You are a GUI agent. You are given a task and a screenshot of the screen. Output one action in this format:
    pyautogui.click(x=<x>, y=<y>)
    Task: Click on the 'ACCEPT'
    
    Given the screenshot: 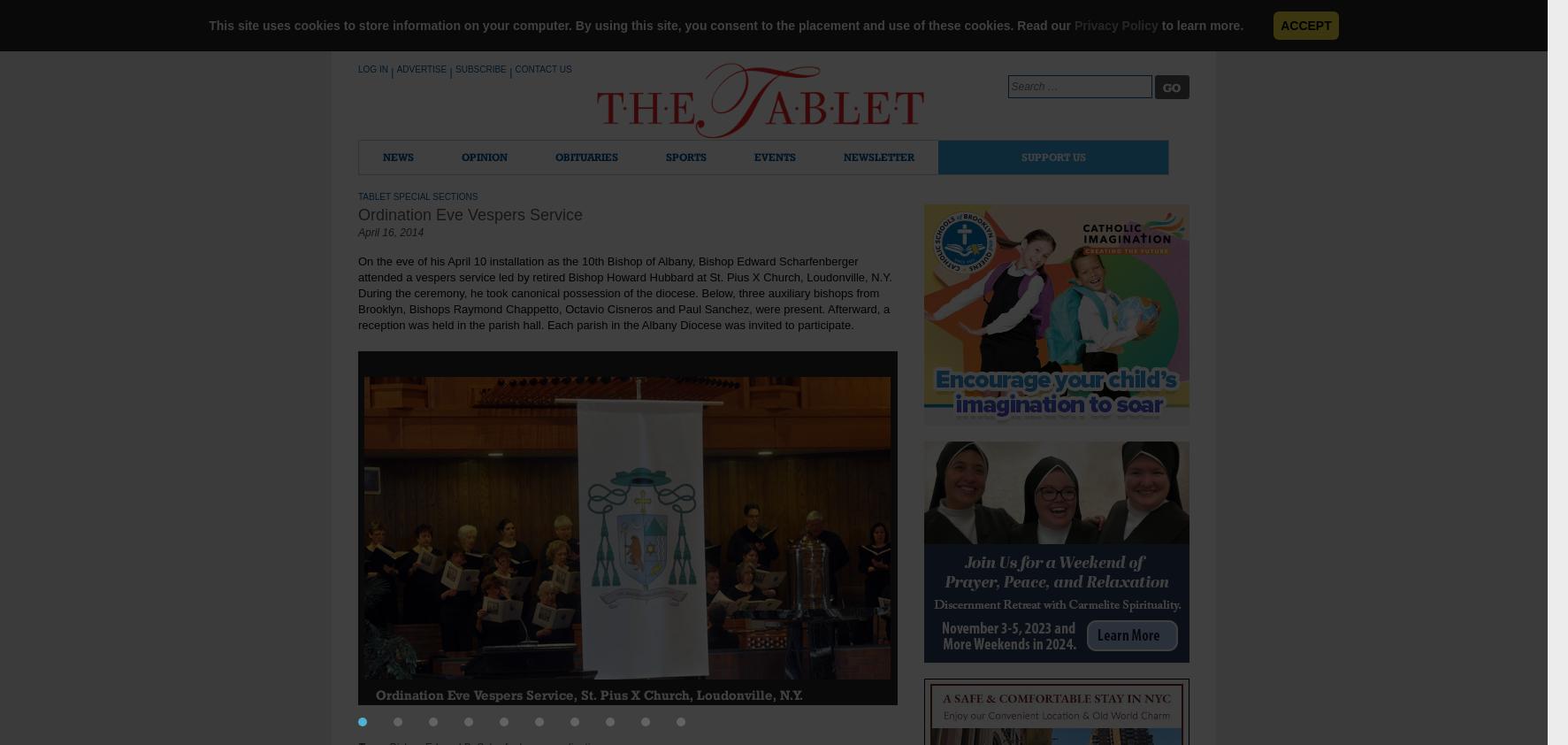 What is the action you would take?
    pyautogui.click(x=1304, y=24)
    